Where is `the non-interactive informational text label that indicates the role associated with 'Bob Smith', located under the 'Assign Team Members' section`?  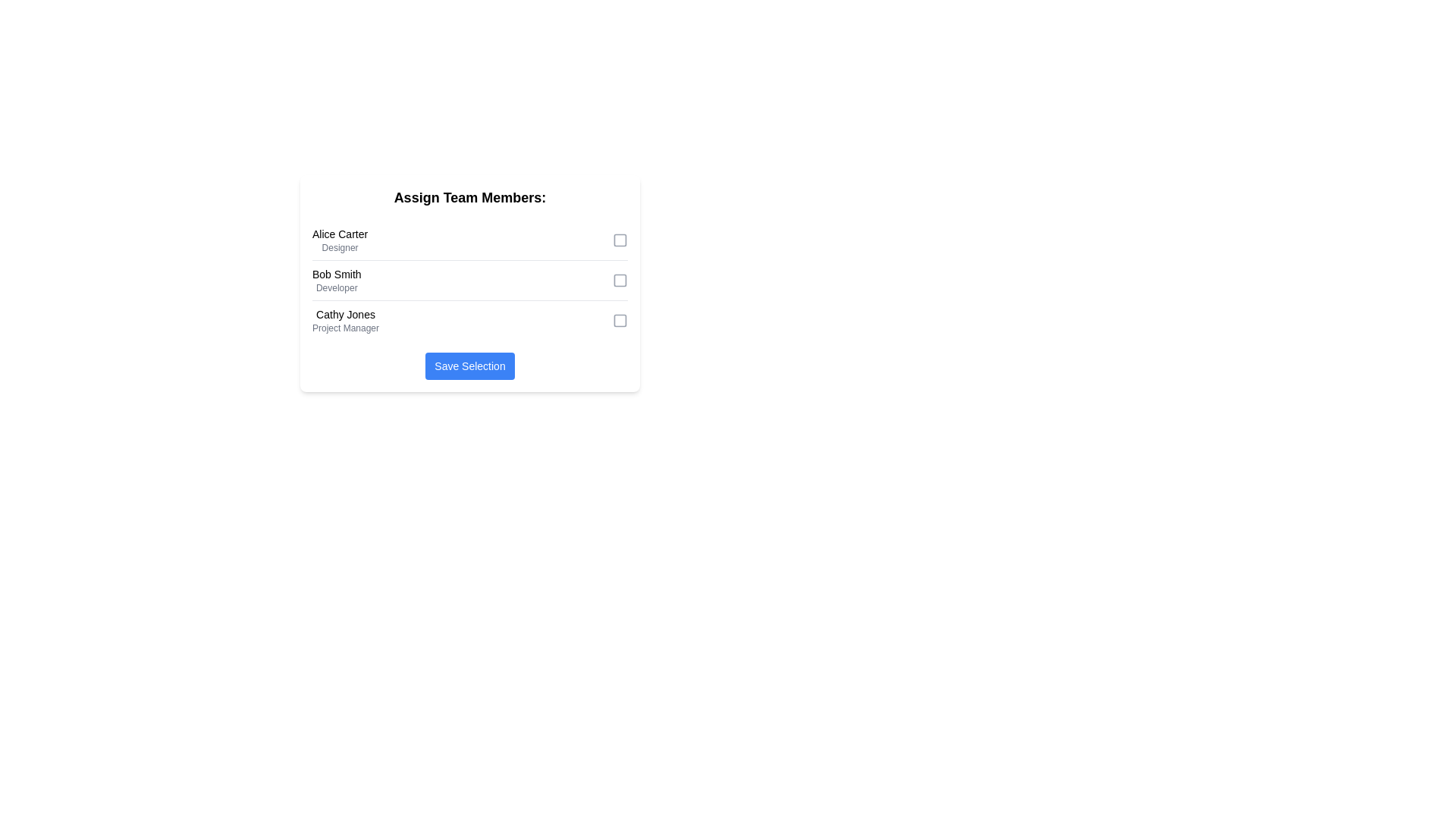
the non-interactive informational text label that indicates the role associated with 'Bob Smith', located under the 'Assign Team Members' section is located at coordinates (336, 288).